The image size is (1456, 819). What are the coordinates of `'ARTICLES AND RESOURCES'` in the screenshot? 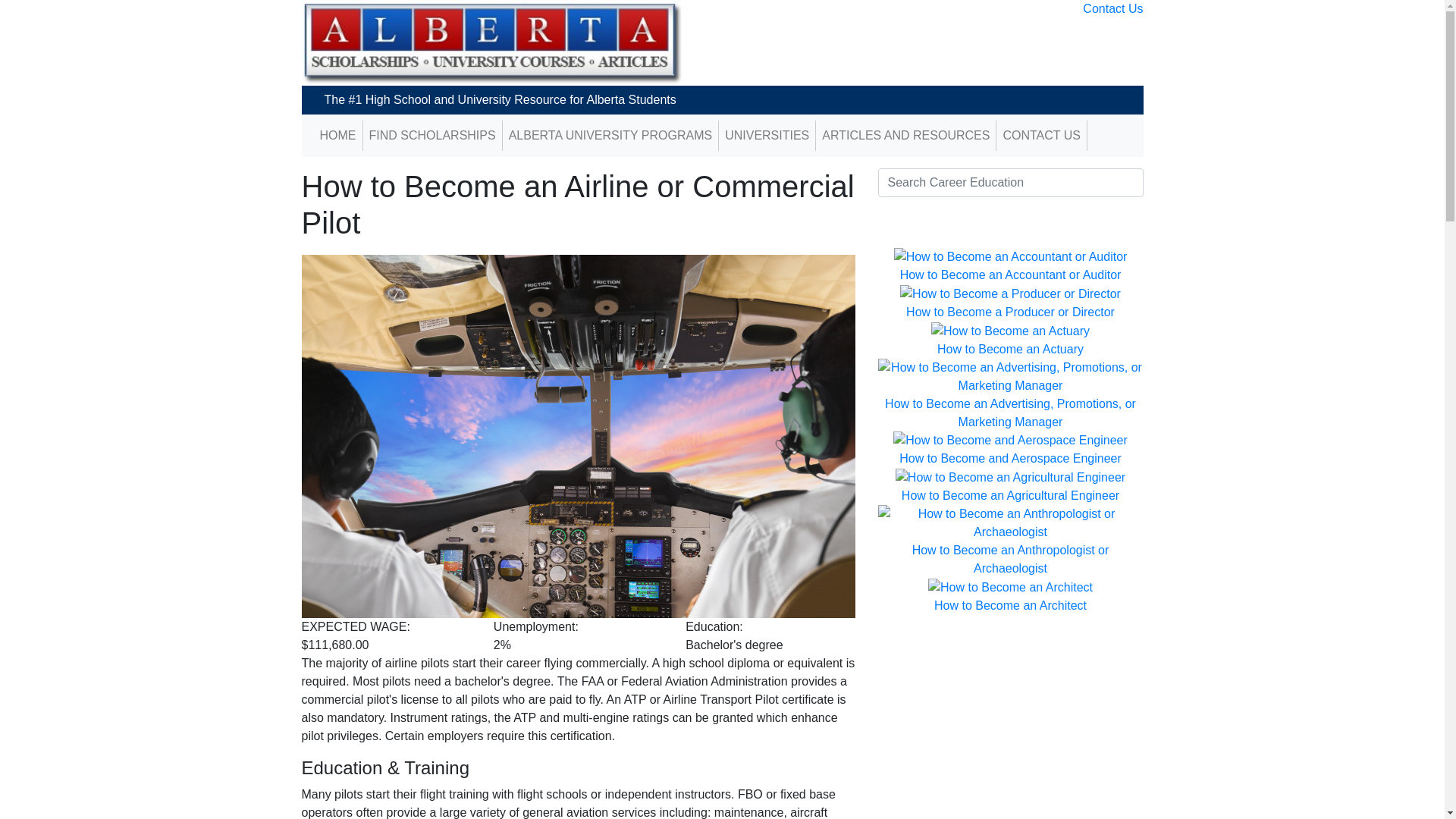 It's located at (905, 134).